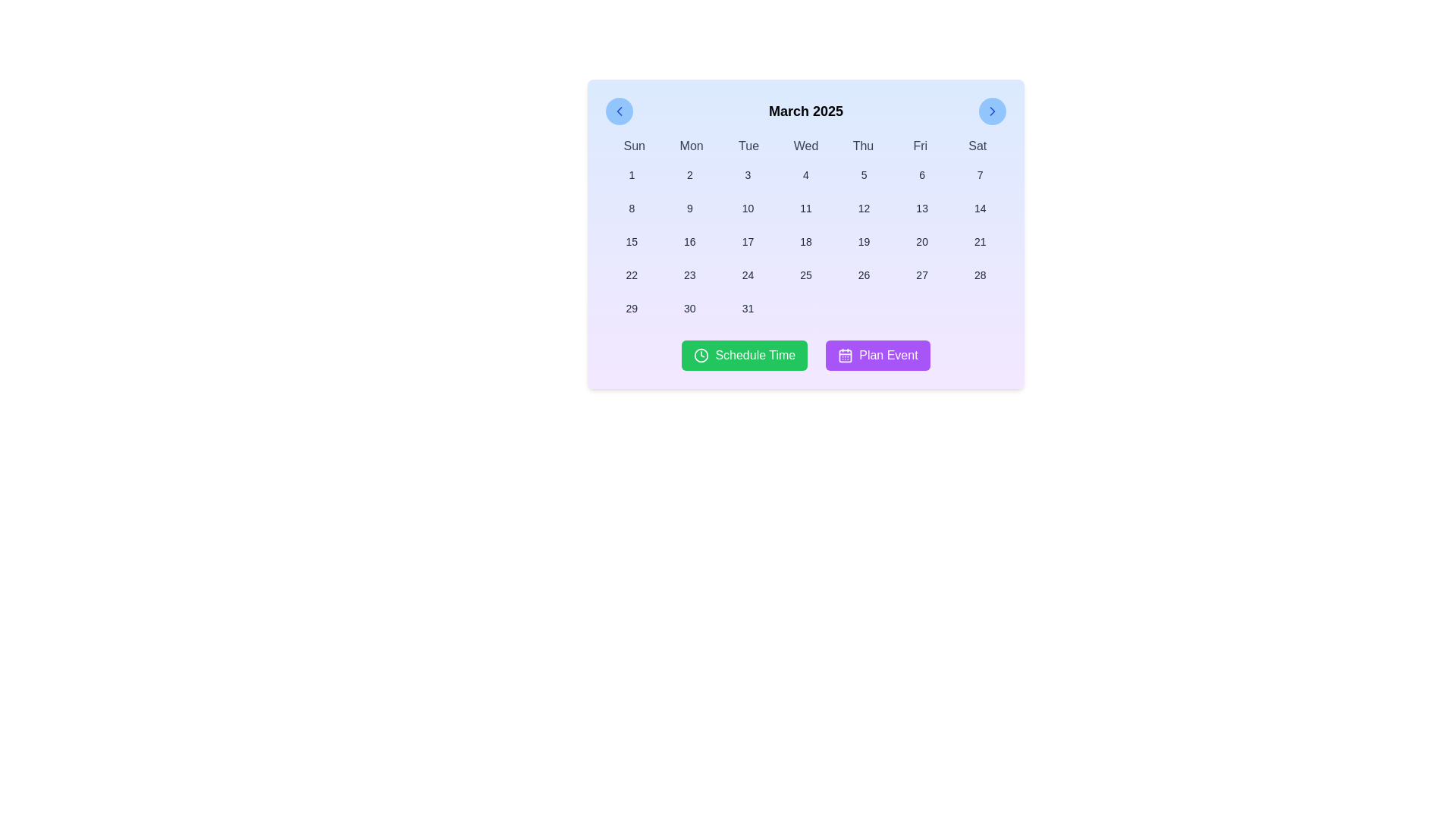 This screenshot has height=819, width=1456. Describe the element at coordinates (980, 275) in the screenshot. I see `the circular button displaying the number '28'` at that location.